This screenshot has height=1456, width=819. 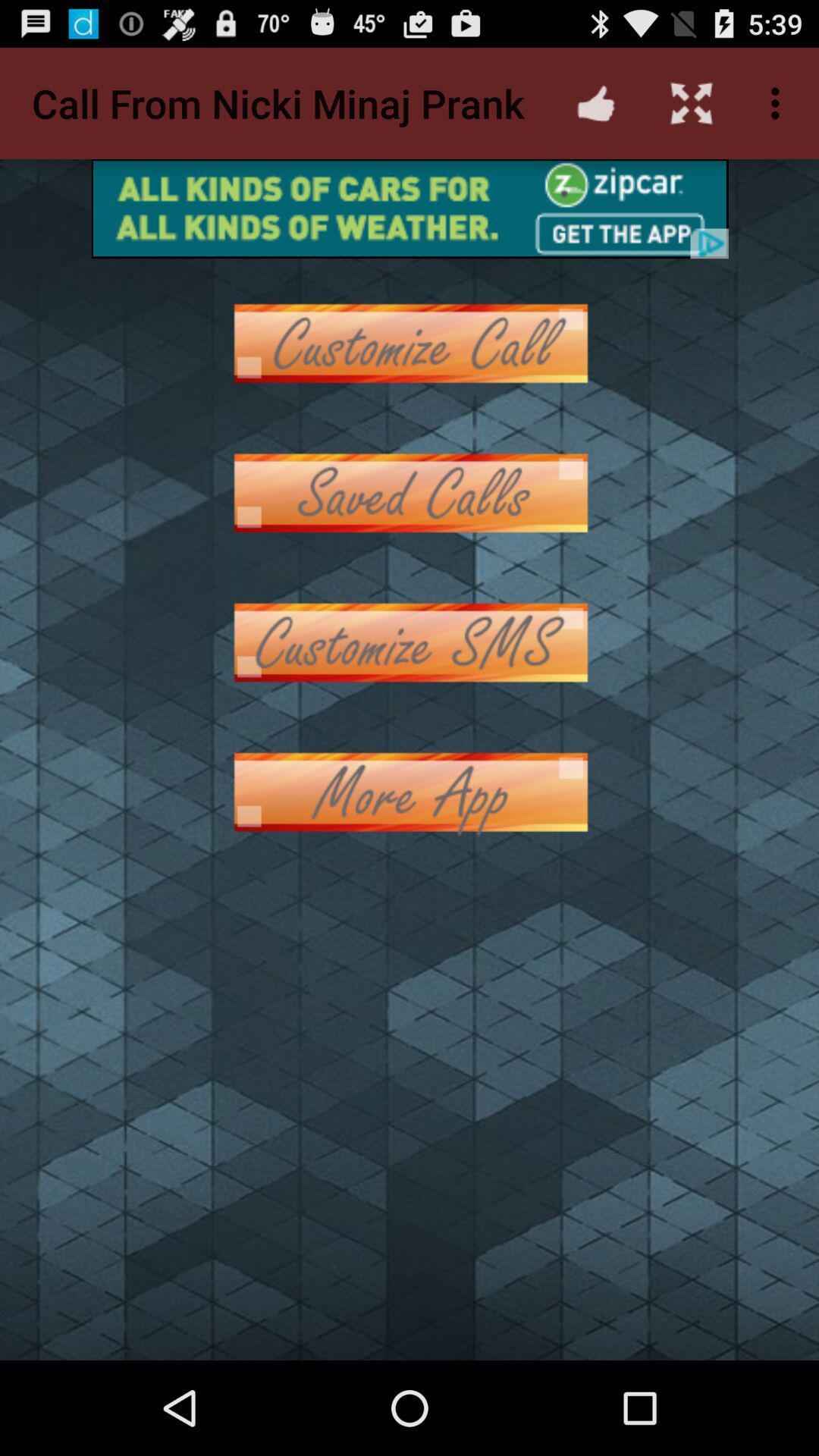 What do you see at coordinates (409, 791) in the screenshot?
I see `more app` at bounding box center [409, 791].